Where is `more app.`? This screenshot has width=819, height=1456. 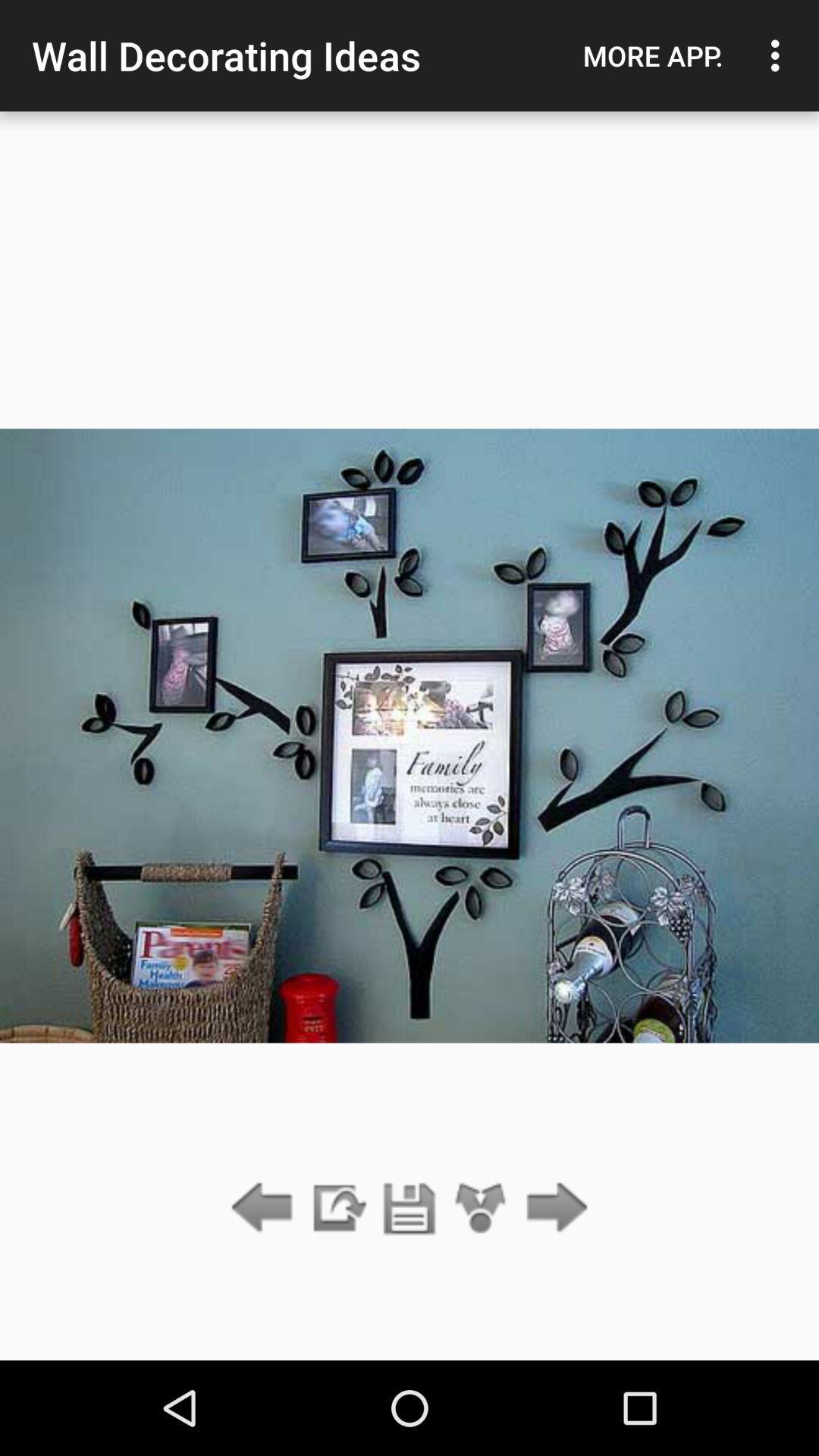 more app. is located at coordinates (652, 55).